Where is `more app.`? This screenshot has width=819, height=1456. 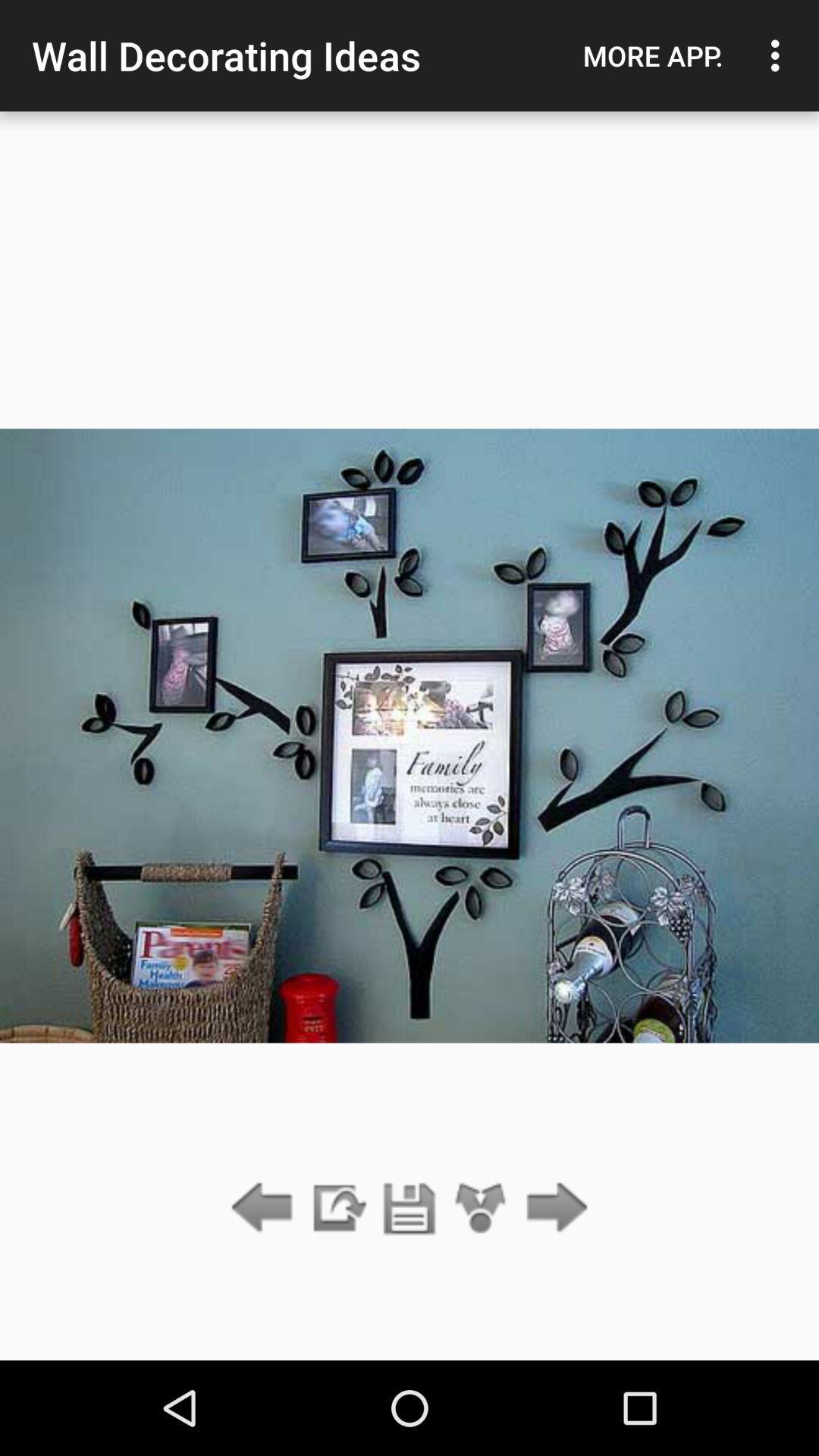 more app. is located at coordinates (652, 55).